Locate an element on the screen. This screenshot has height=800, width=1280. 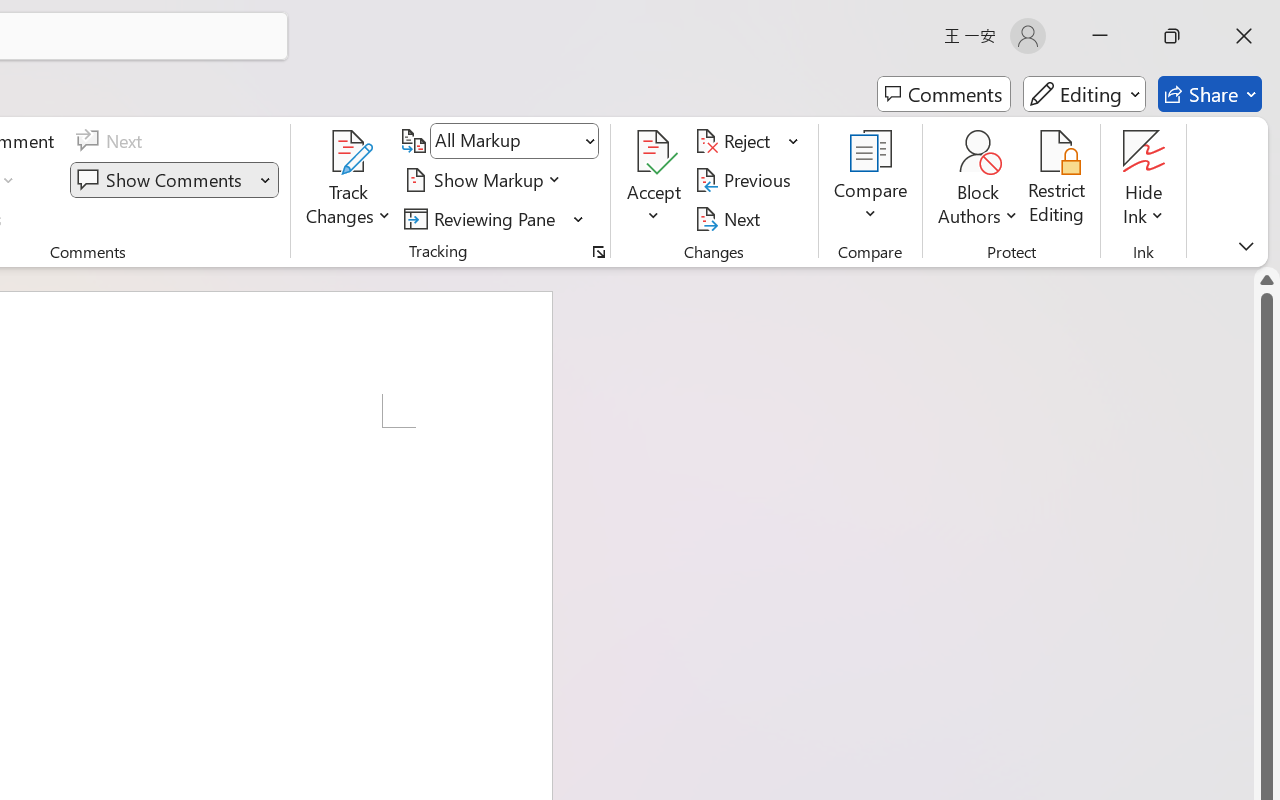
'Track Changes' is located at coordinates (349, 151).